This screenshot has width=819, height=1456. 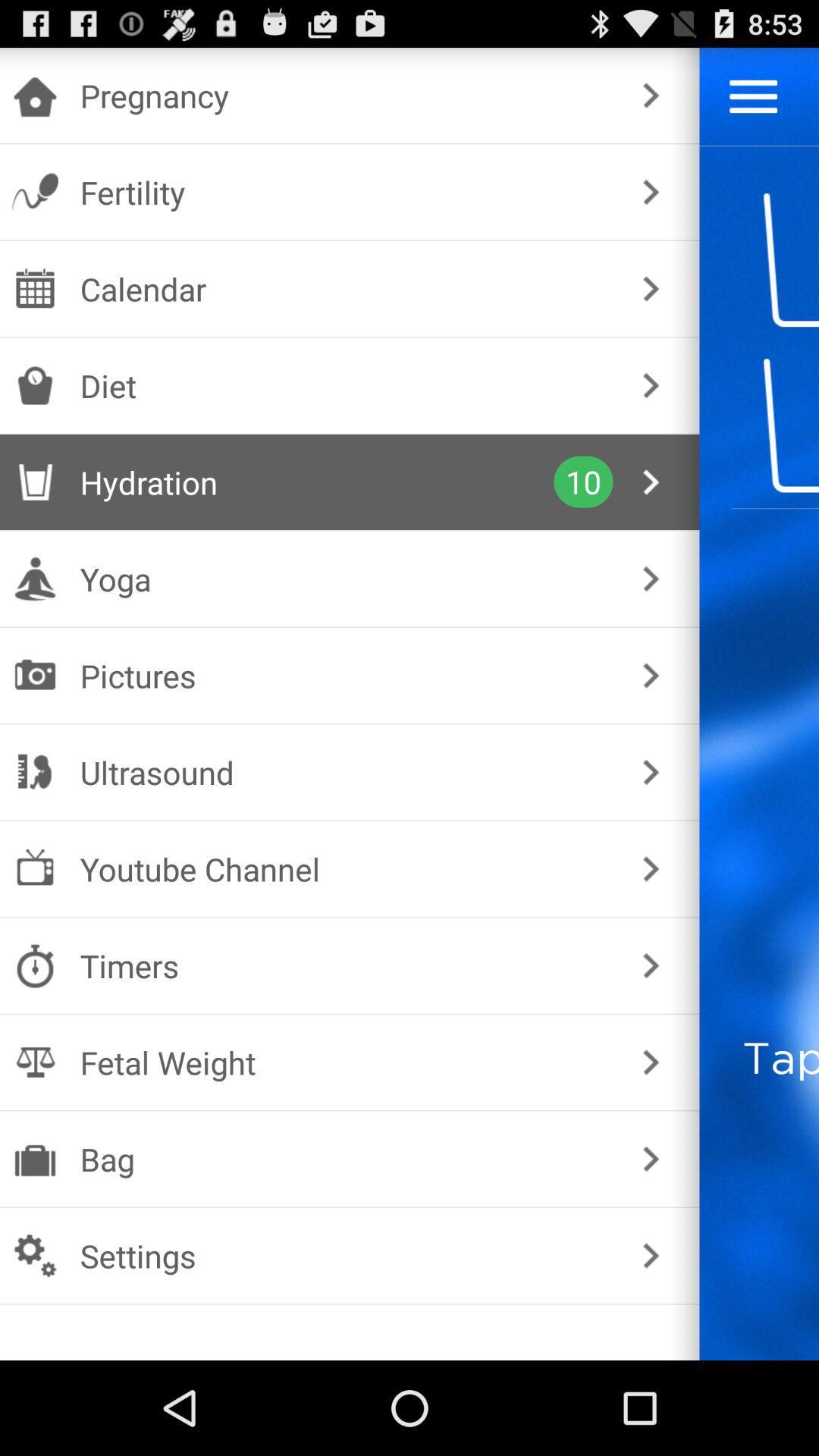 What do you see at coordinates (316, 481) in the screenshot?
I see `the hydration checkbox` at bounding box center [316, 481].